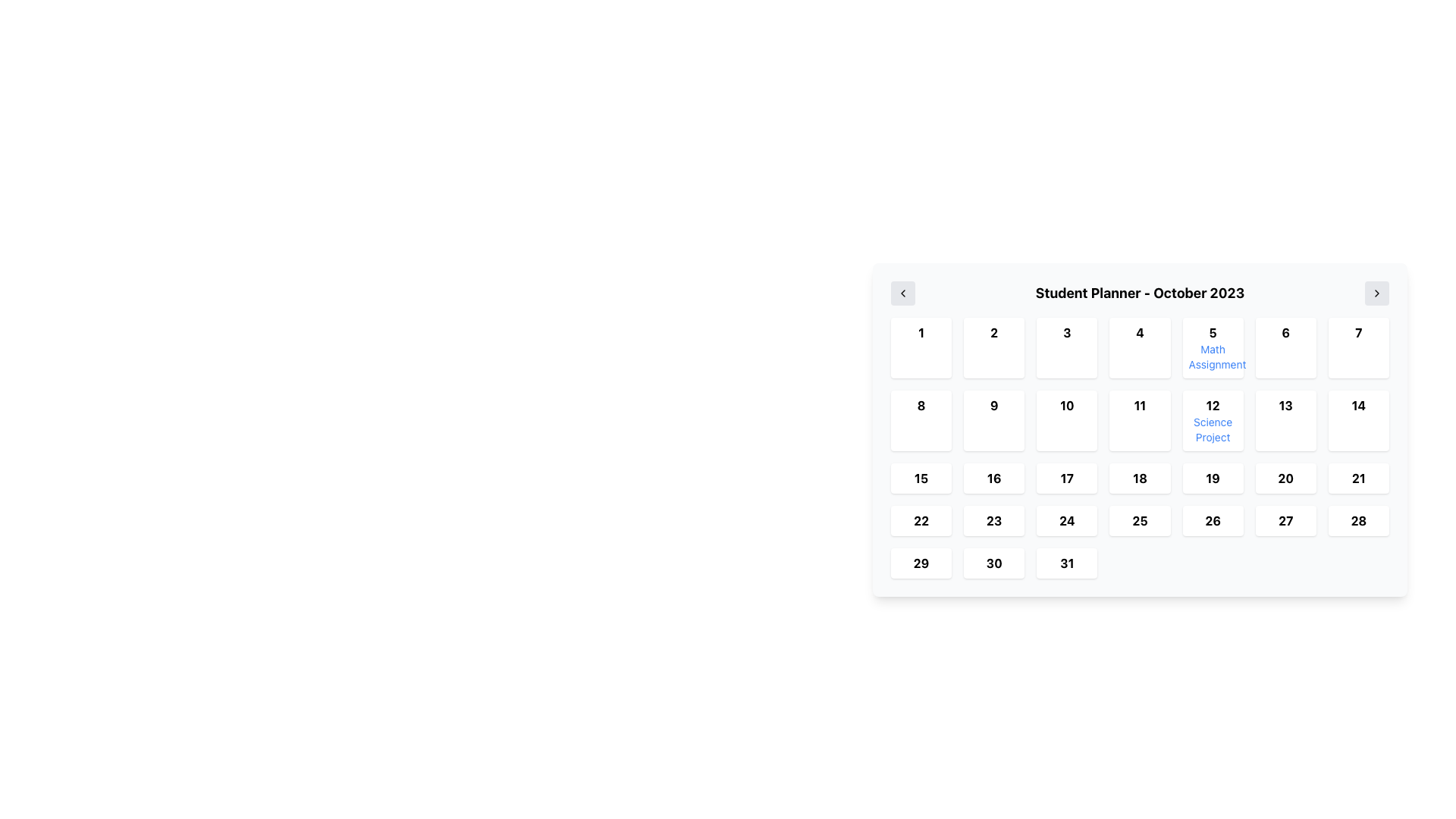 This screenshot has height=819, width=1456. Describe the element at coordinates (1358, 479) in the screenshot. I see `the calendar grid cell representing the 21st day of the month, located in the fourth row and seventh column of the calendar layout` at that location.